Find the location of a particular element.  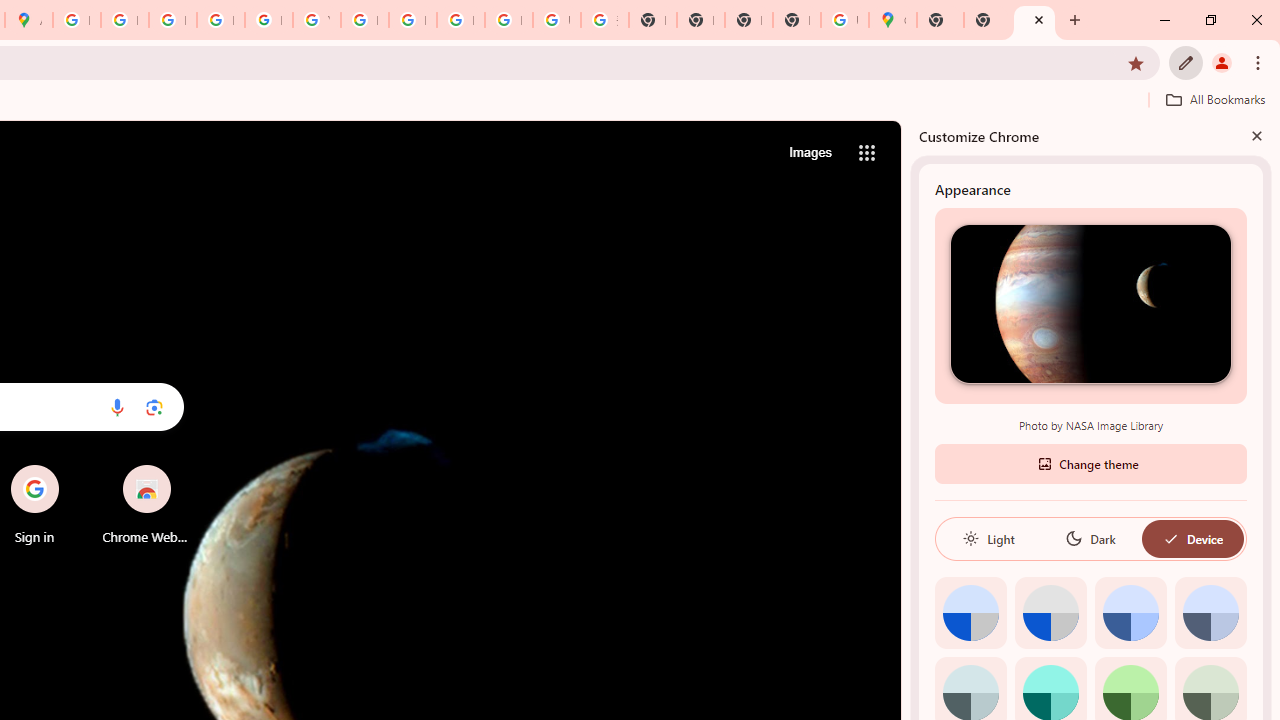

'Photo by NASA Image Library' is located at coordinates (1089, 303).